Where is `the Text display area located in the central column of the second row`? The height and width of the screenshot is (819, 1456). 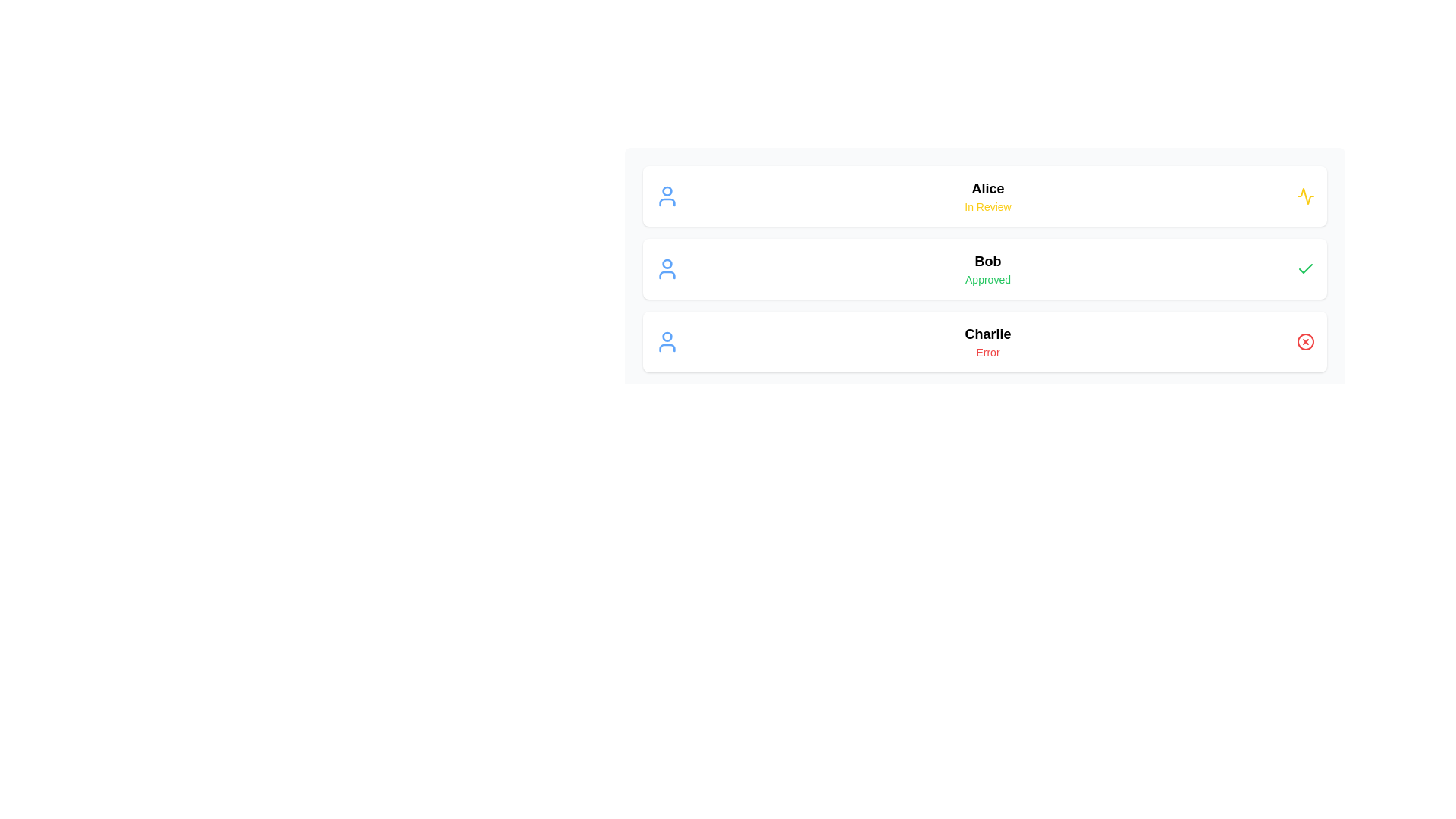
the Text display area located in the central column of the second row is located at coordinates (987, 268).